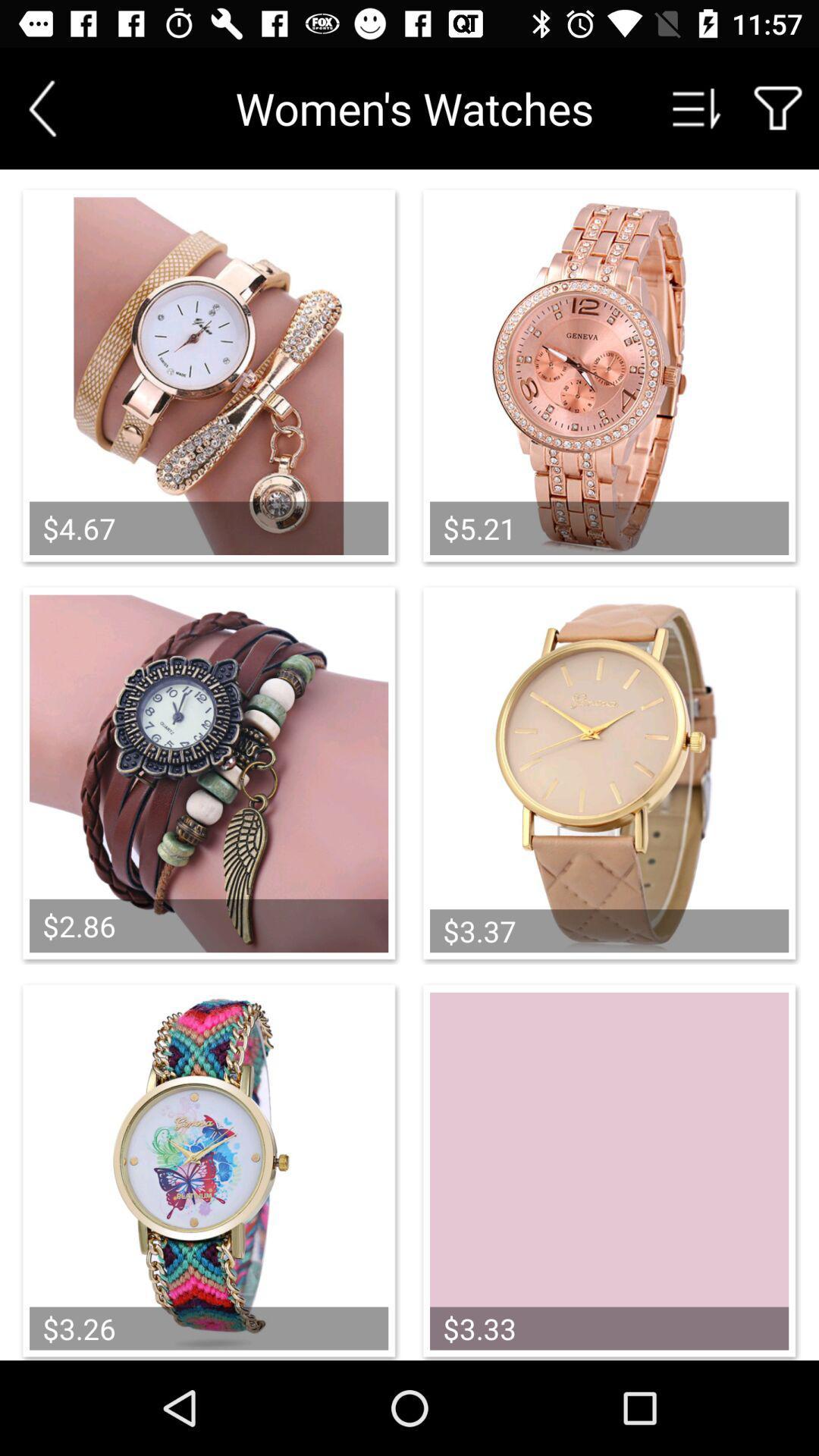  Describe the element at coordinates (778, 108) in the screenshot. I see `filter options` at that location.